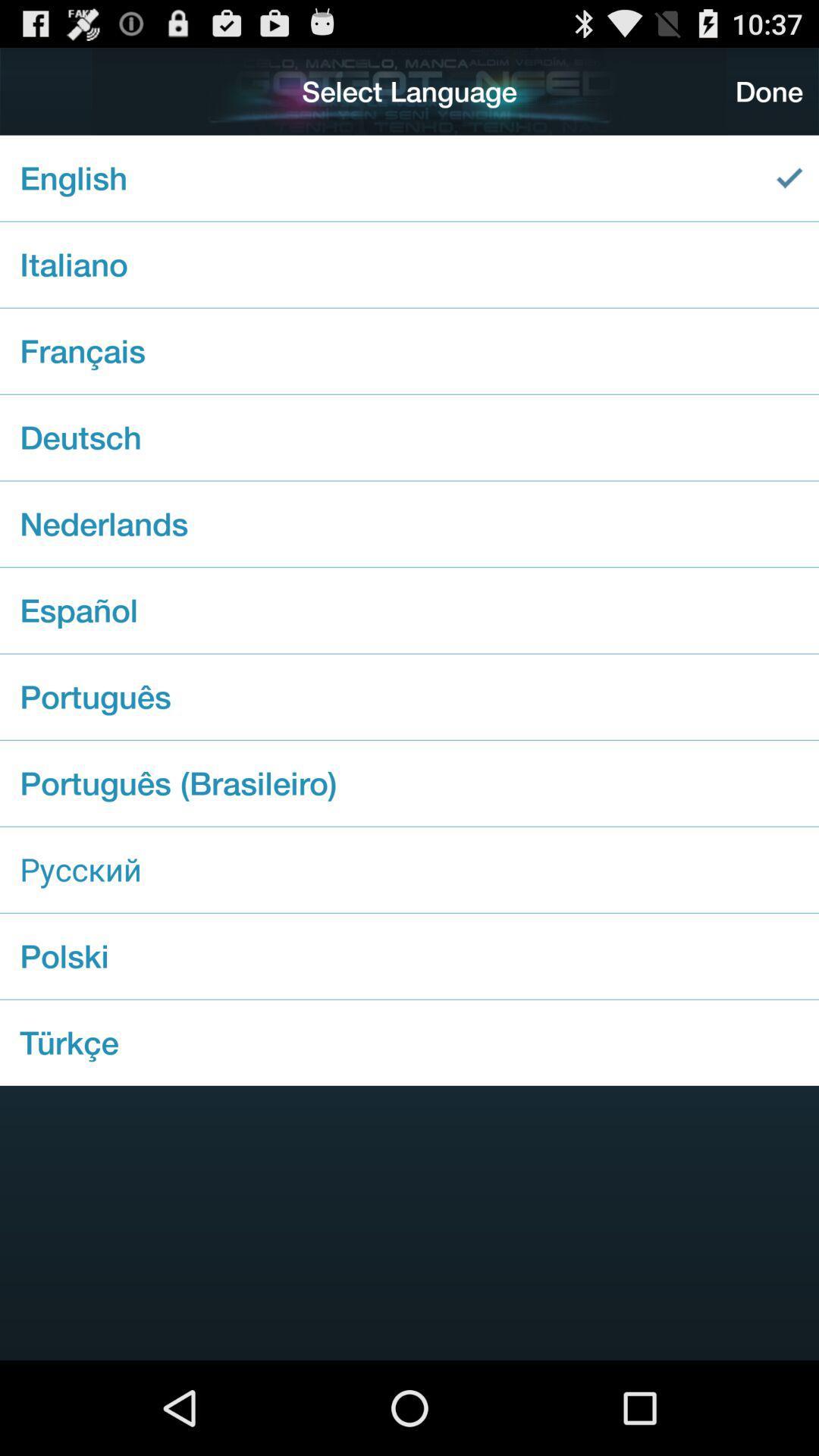 This screenshot has height=1456, width=819. Describe the element at coordinates (409, 437) in the screenshot. I see `the deutsch` at that location.